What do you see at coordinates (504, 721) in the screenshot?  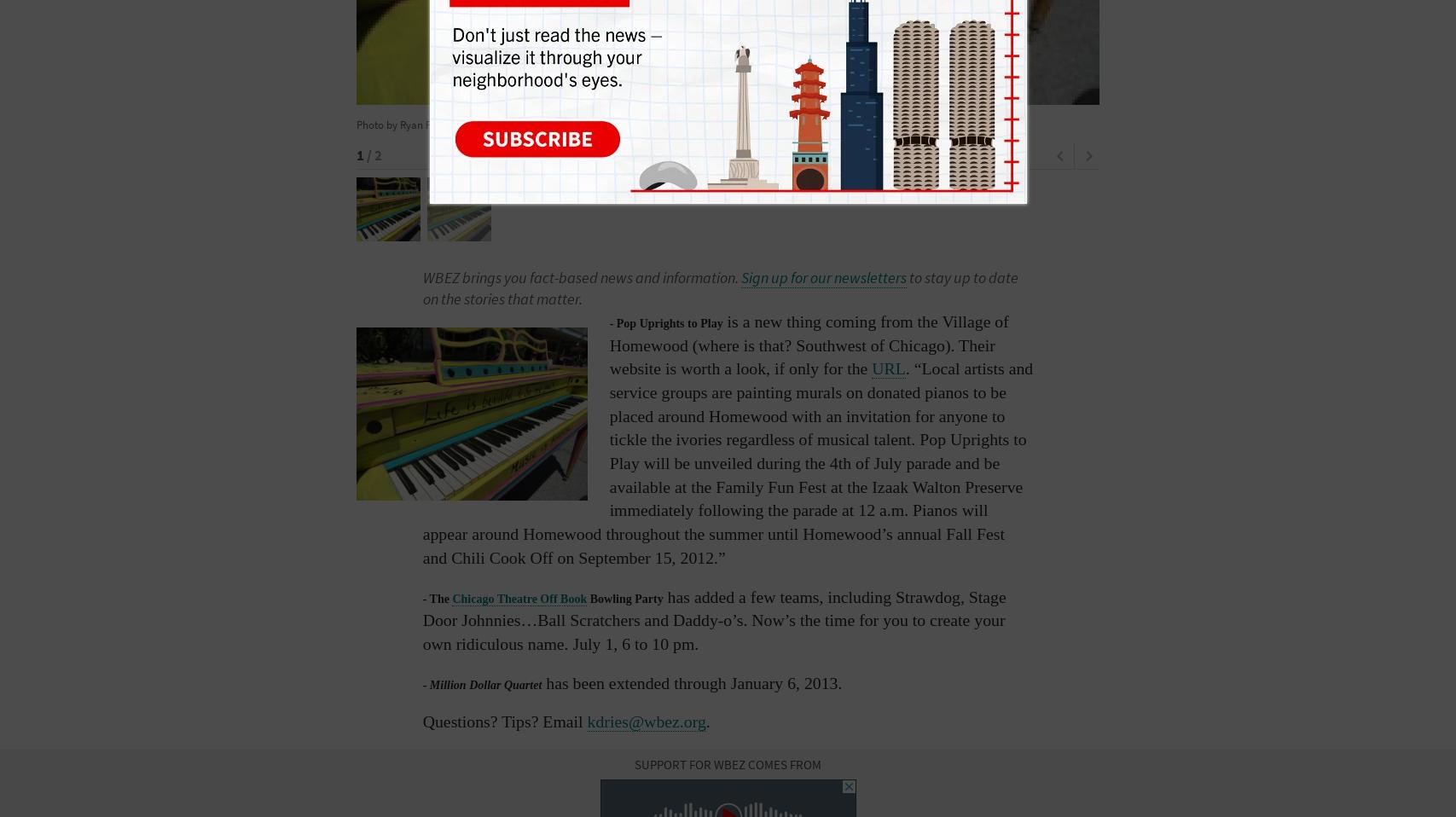 I see `'Questions? Tips? Email'` at bounding box center [504, 721].